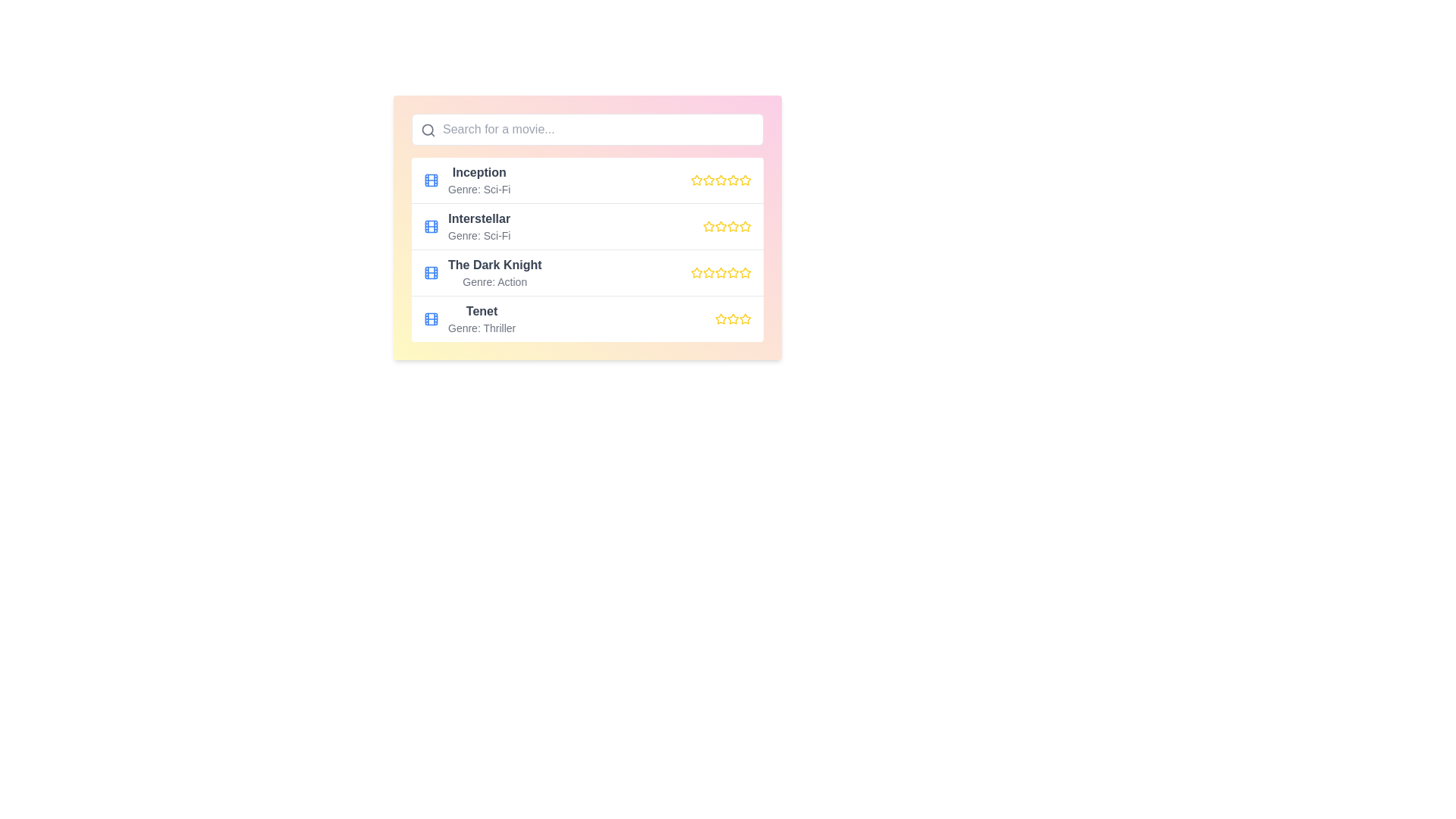 Image resolution: width=1456 pixels, height=819 pixels. What do you see at coordinates (745, 271) in the screenshot?
I see `the fourth star icon in the rating widget for the movie 'The Dark Knight'` at bounding box center [745, 271].